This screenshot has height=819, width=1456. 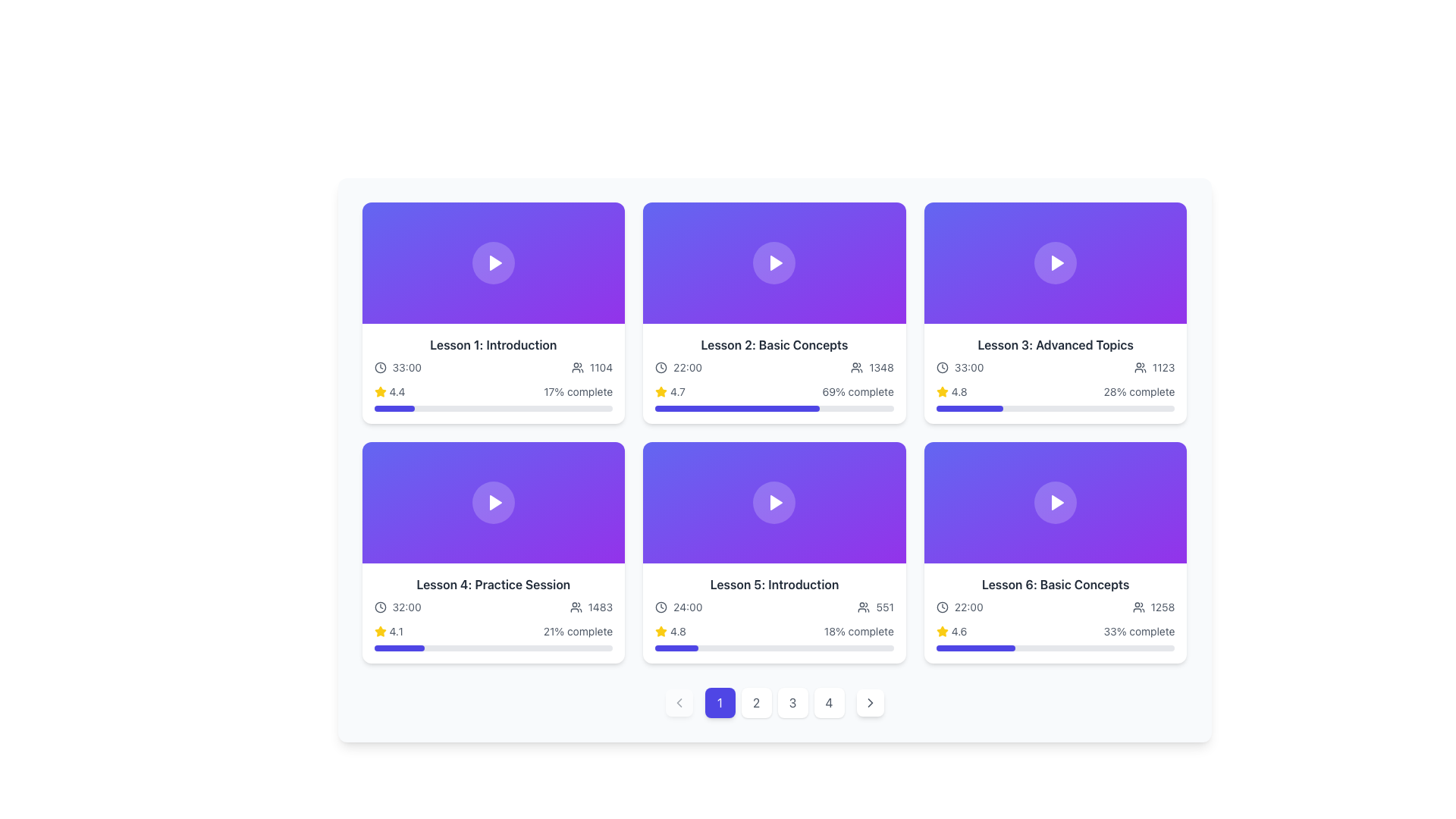 What do you see at coordinates (380, 631) in the screenshot?
I see `the star icon located in the rating section below the card labeled 'Lesson 4: Practice Session' to rate or view rating details` at bounding box center [380, 631].